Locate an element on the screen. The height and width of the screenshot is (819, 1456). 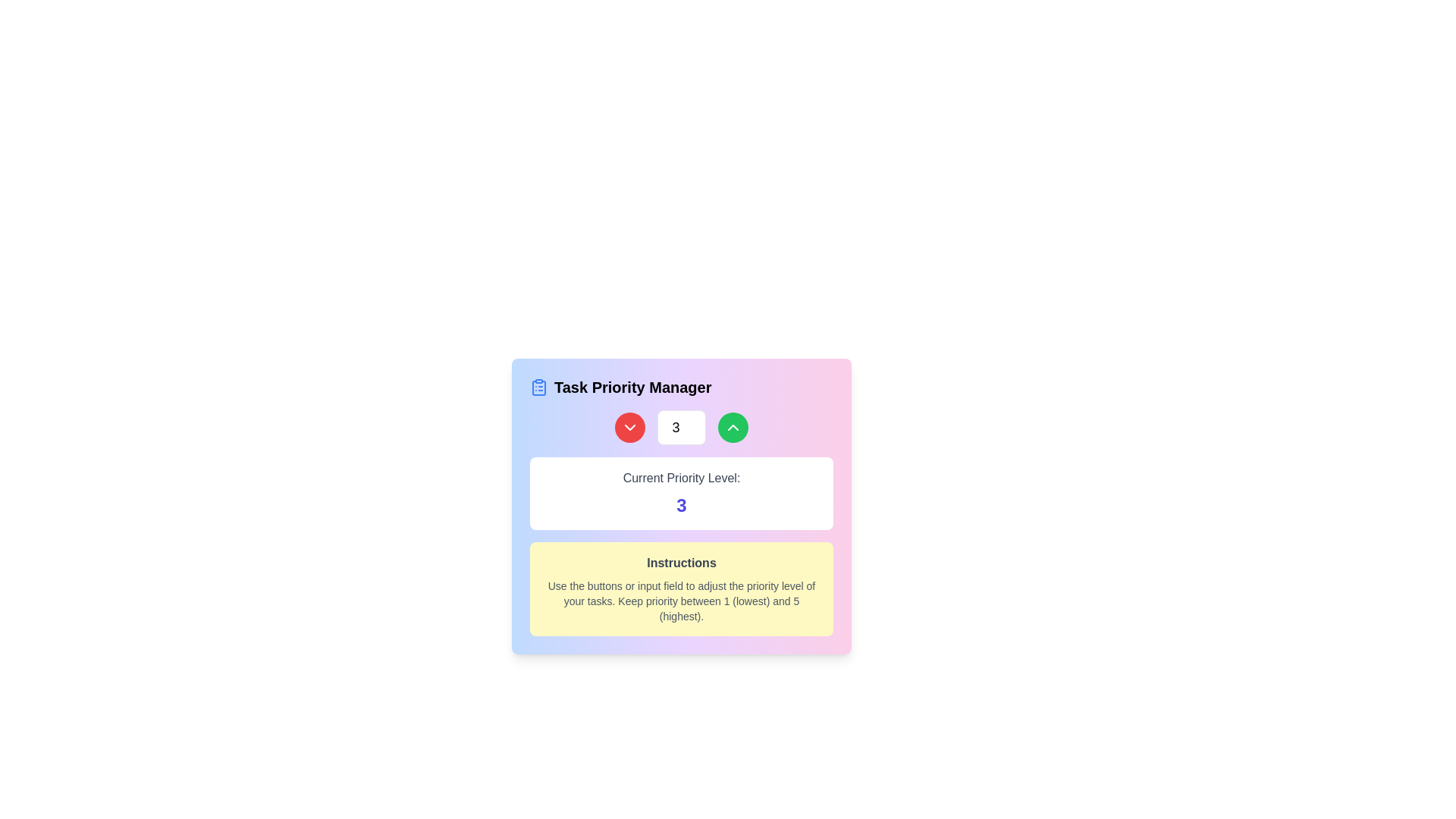
the rectangular icon with rounded corners outlined in blue located in the upper-left corner of the 'Task Priority Manager' header, to the left of the text 'Task Priority Manager' is located at coordinates (538, 388).